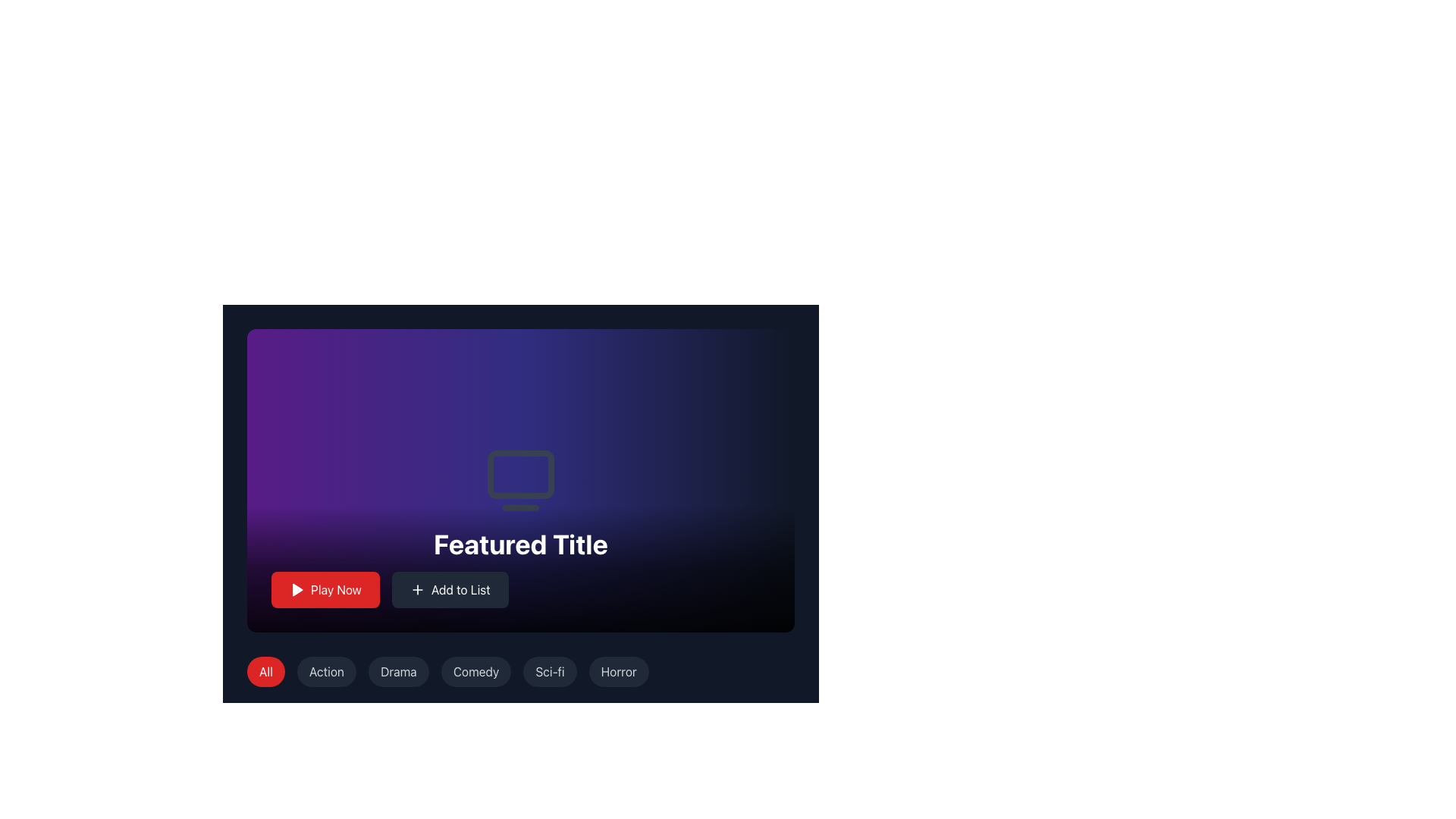  What do you see at coordinates (475, 671) in the screenshot?
I see `the 'Comedy' button, which is a pill-shaped label with light gray text on a dark background, positioned between the 'Drama' and 'Sci-fi' buttons in the horizontal list` at bounding box center [475, 671].